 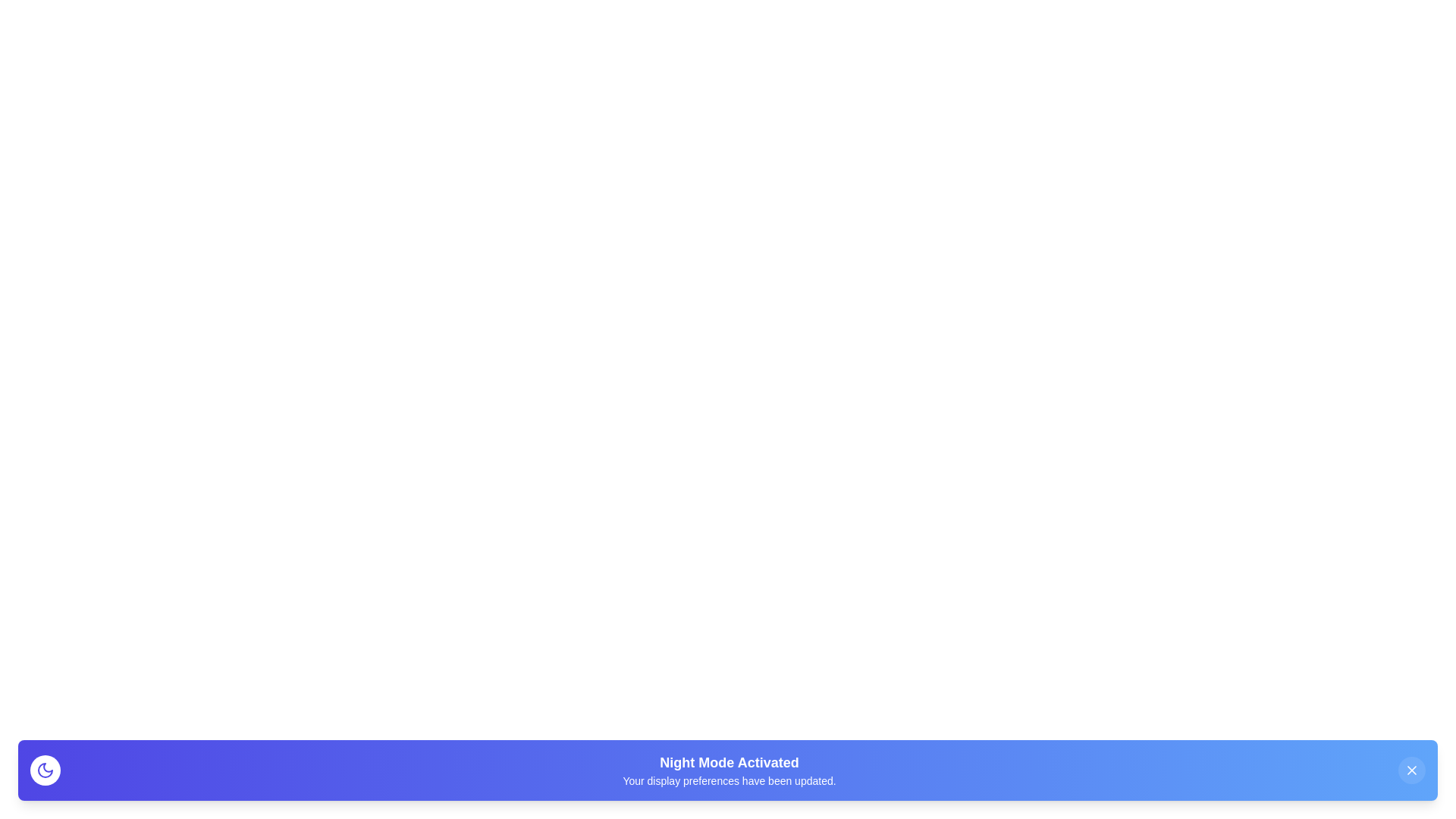 What do you see at coordinates (45, 770) in the screenshot?
I see `the decorative moon icon` at bounding box center [45, 770].